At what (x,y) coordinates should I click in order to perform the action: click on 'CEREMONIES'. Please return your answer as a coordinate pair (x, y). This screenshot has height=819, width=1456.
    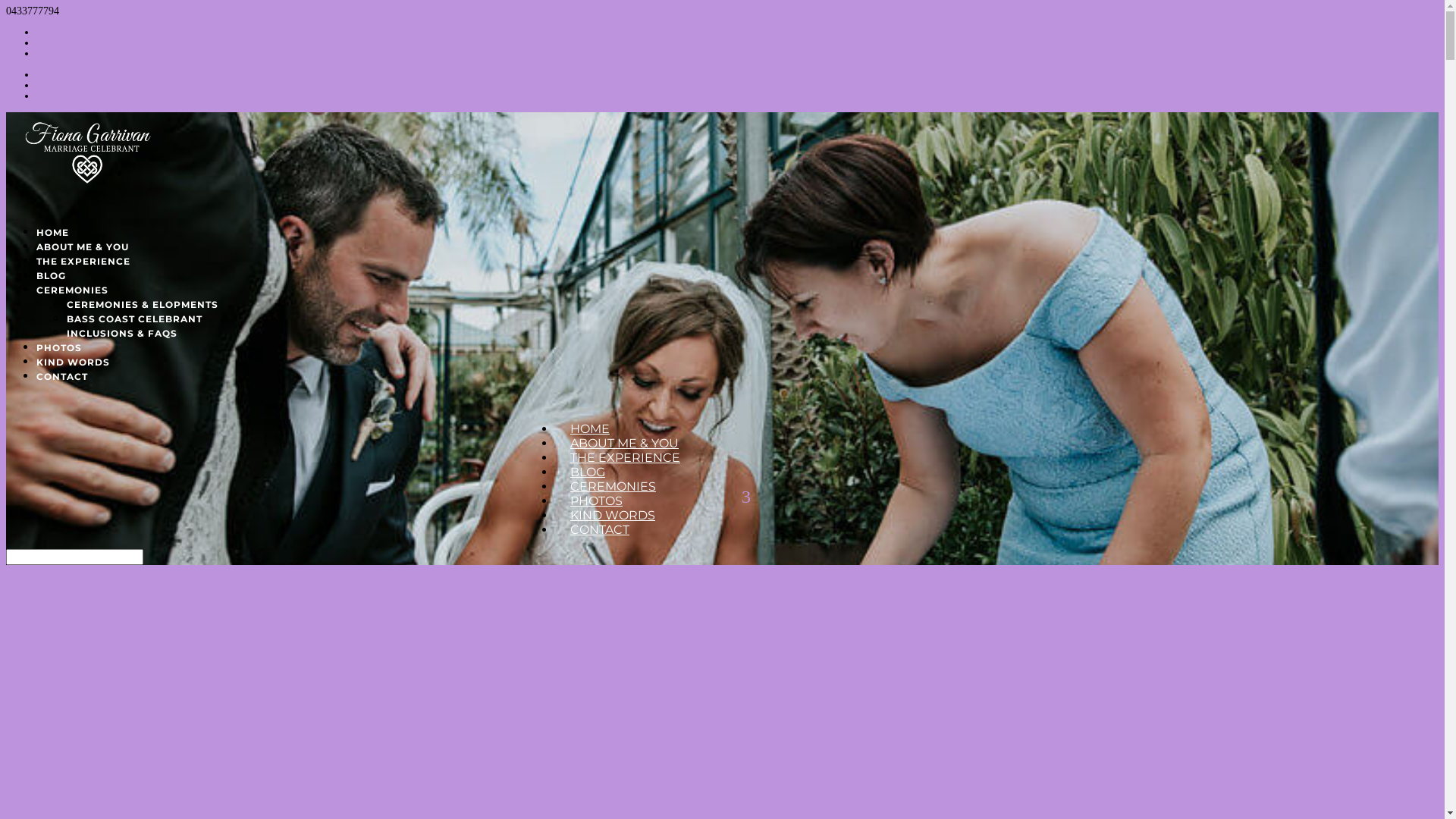
    Looking at the image, I should click on (613, 486).